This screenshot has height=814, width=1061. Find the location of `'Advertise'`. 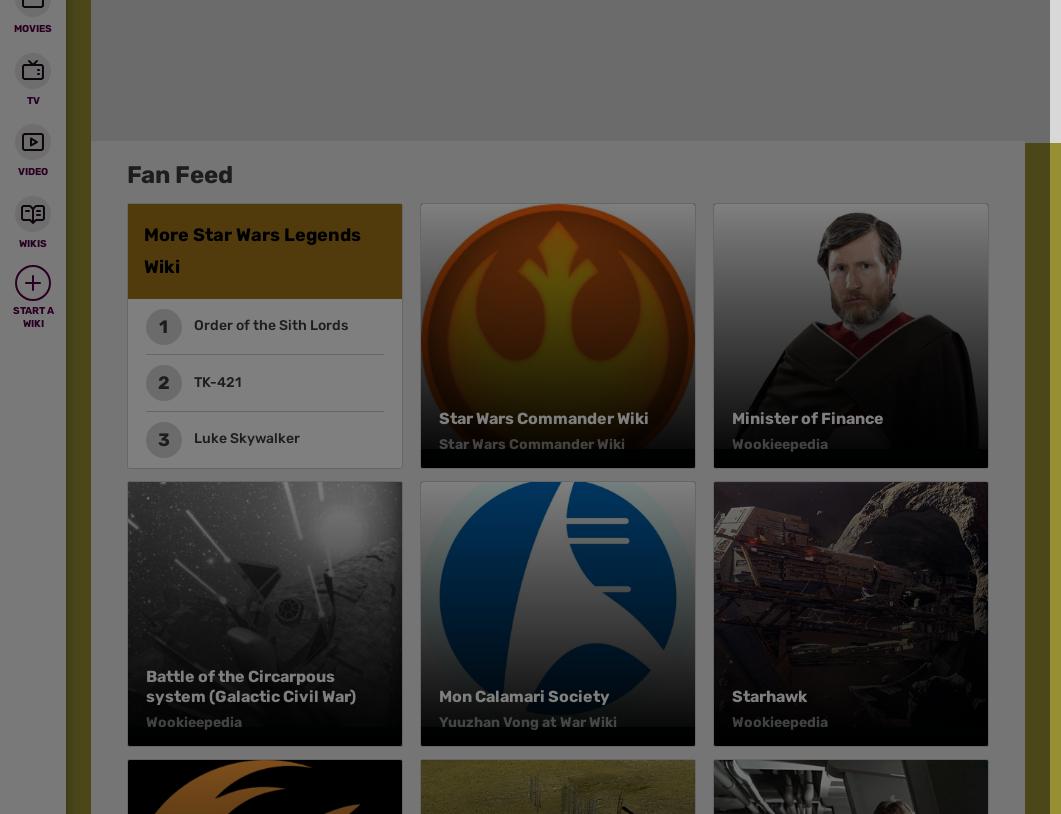

'Advertise' is located at coordinates (601, 180).